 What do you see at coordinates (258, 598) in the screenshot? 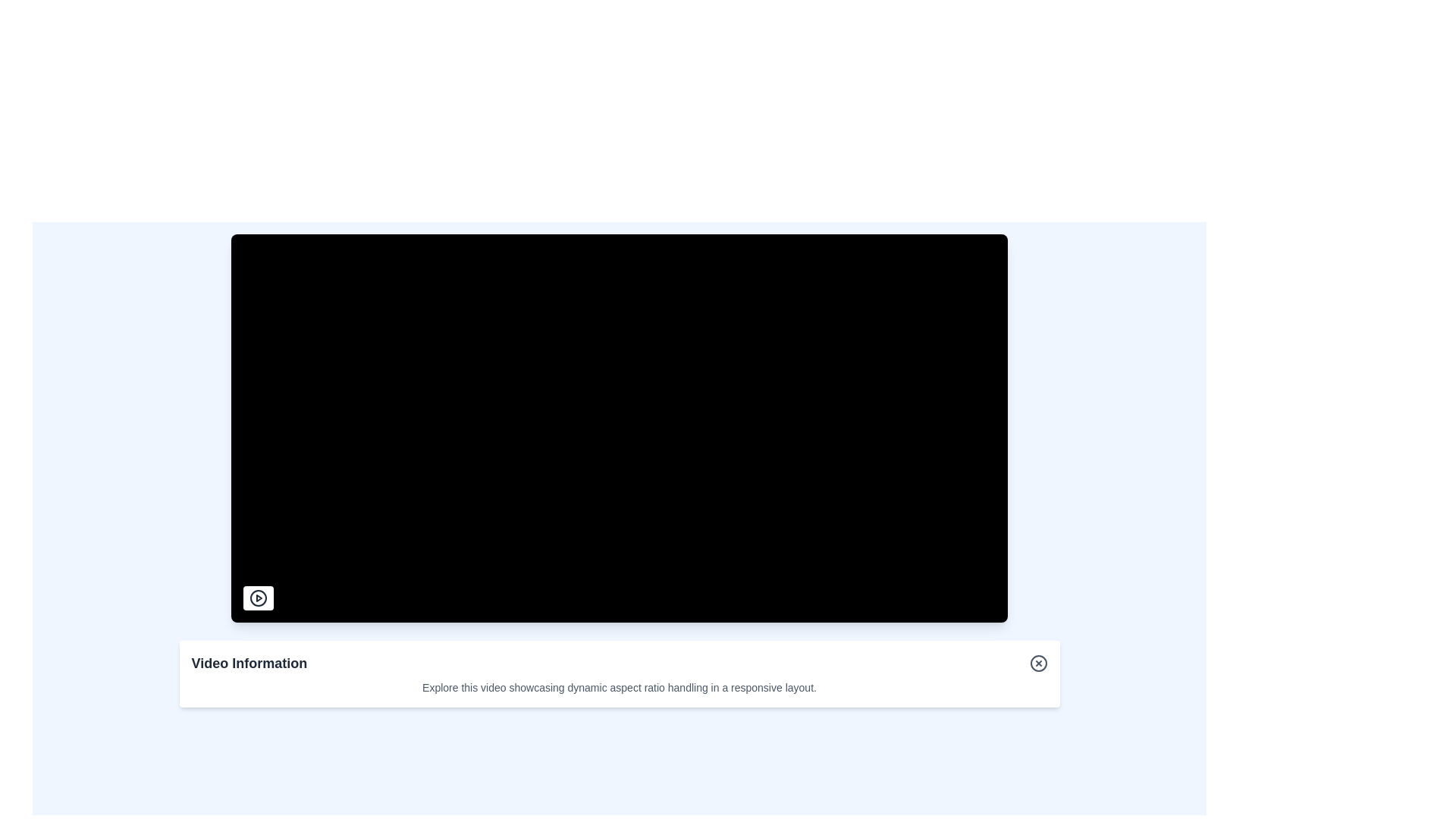
I see `the play control button SVG Icon located at the bottom-left of the video display area` at bounding box center [258, 598].